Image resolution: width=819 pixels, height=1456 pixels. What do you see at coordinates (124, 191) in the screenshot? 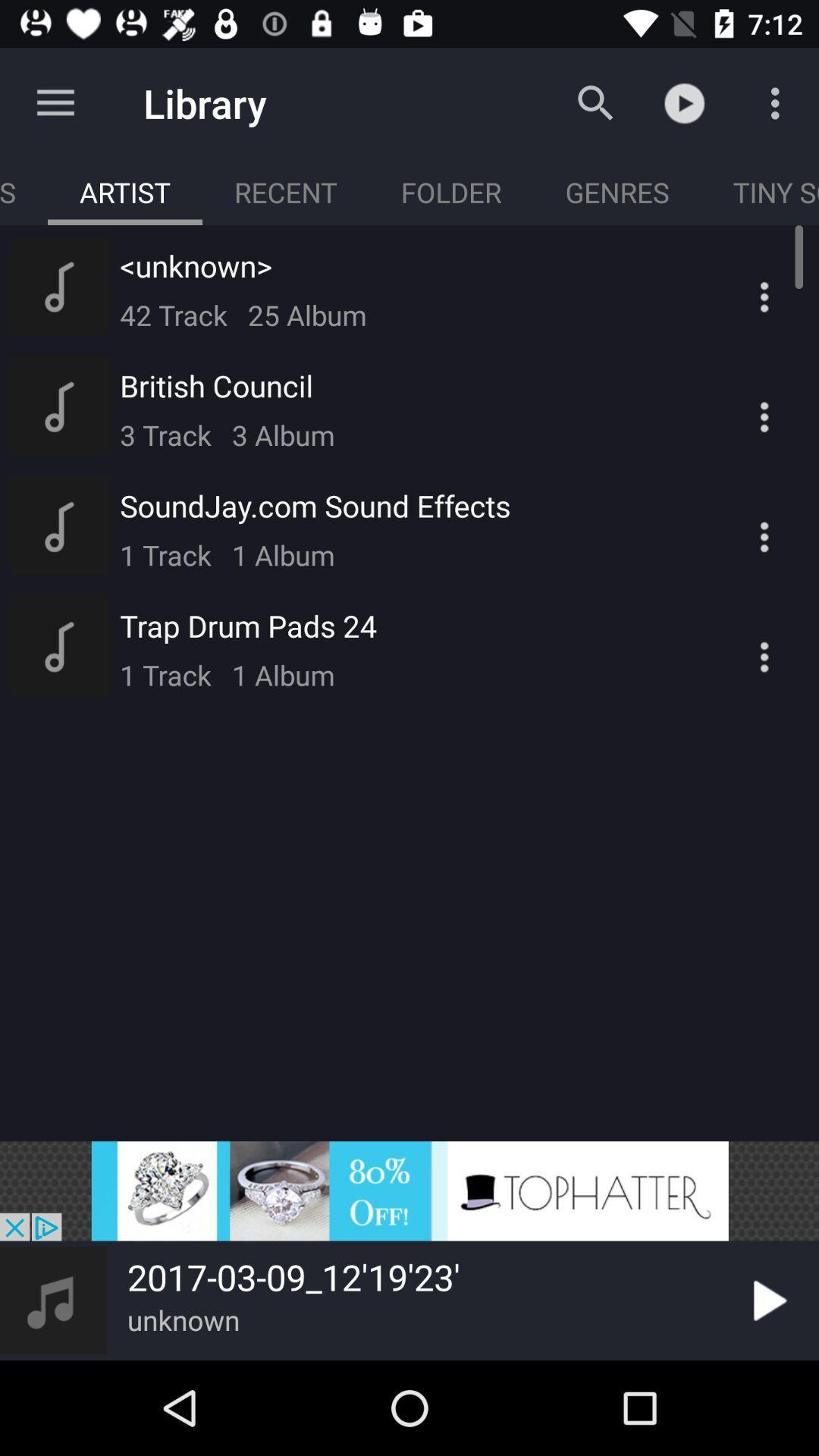
I see `the option artist on page` at bounding box center [124, 191].